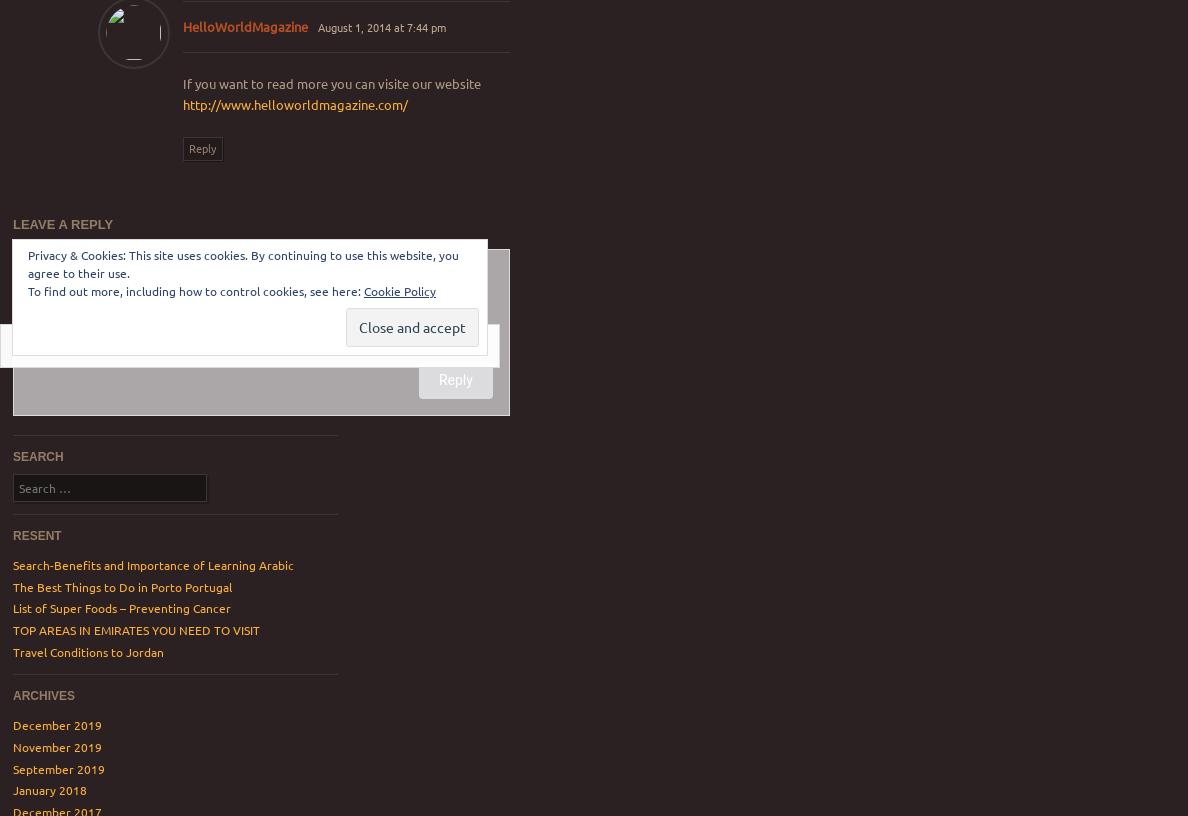 This screenshot has width=1188, height=816. What do you see at coordinates (35, 534) in the screenshot?
I see `'resent'` at bounding box center [35, 534].